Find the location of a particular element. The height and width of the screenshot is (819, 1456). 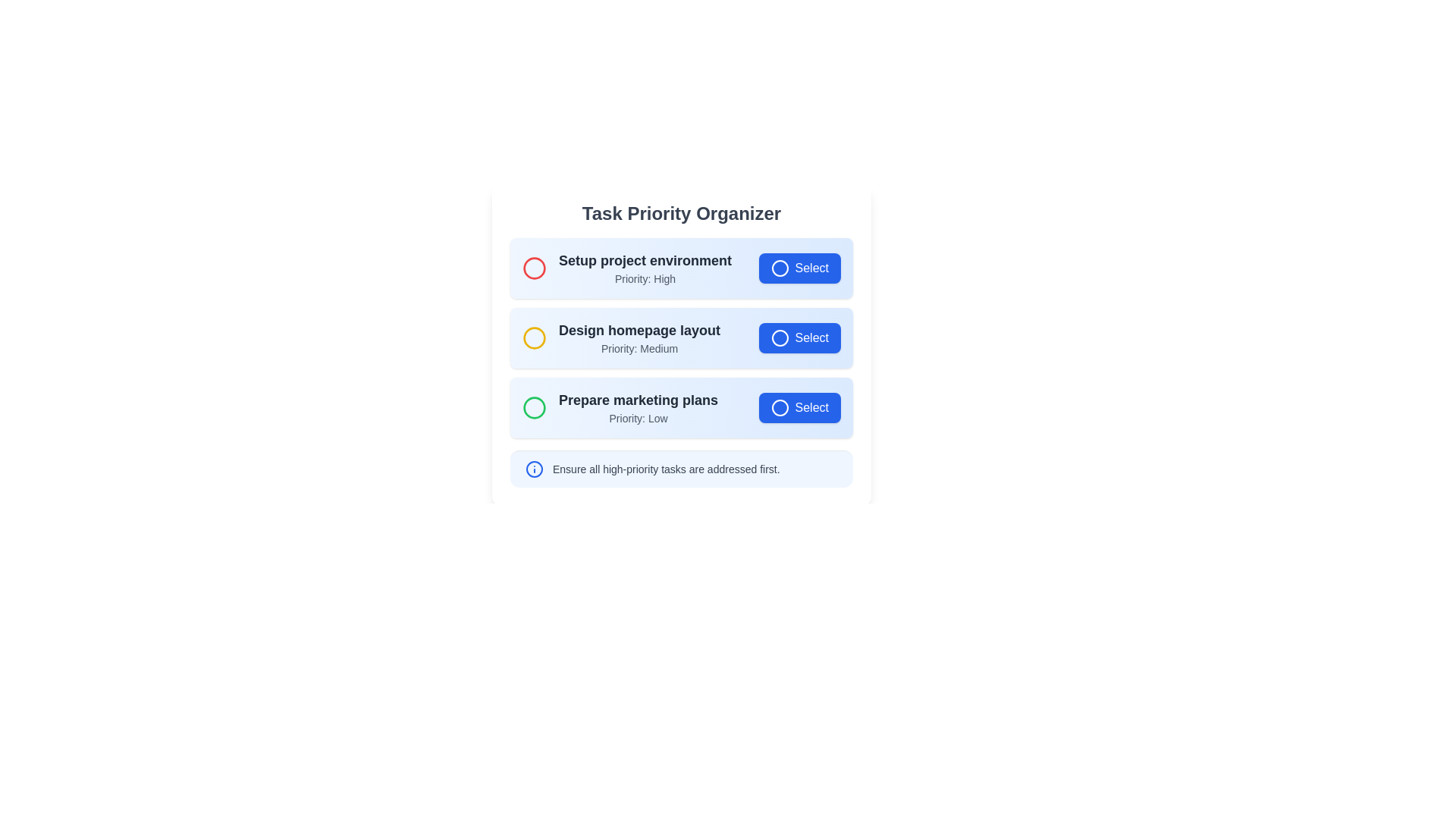

the selection button located on the right side of the 'Design homepage layout' row is located at coordinates (799, 337).